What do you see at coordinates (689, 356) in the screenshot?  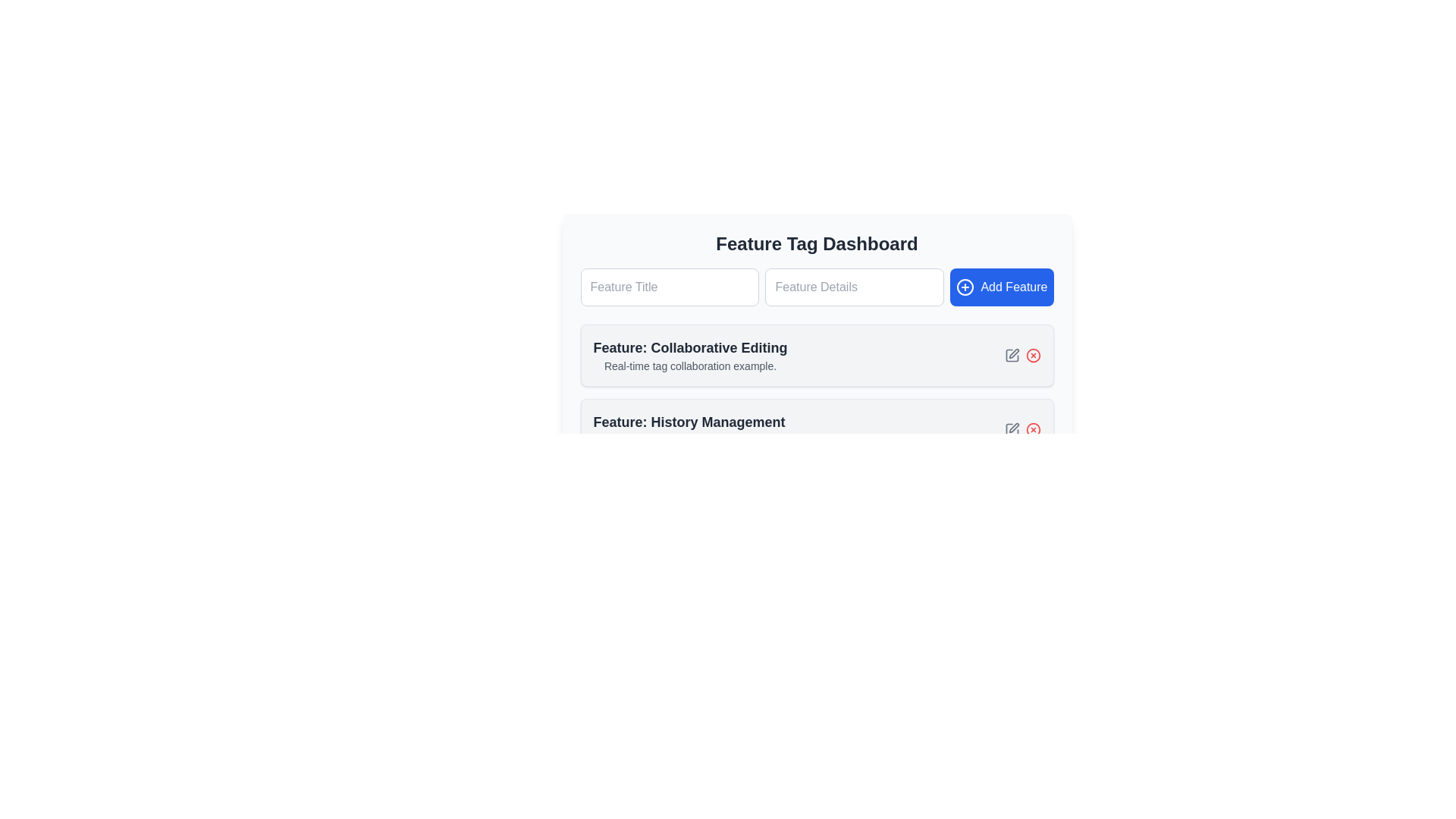 I see `the Text block that serves as a descriptive title and subtitle for a feature, located near the top-middle section of the interface, above the 'Feature: History Management' section` at bounding box center [689, 356].